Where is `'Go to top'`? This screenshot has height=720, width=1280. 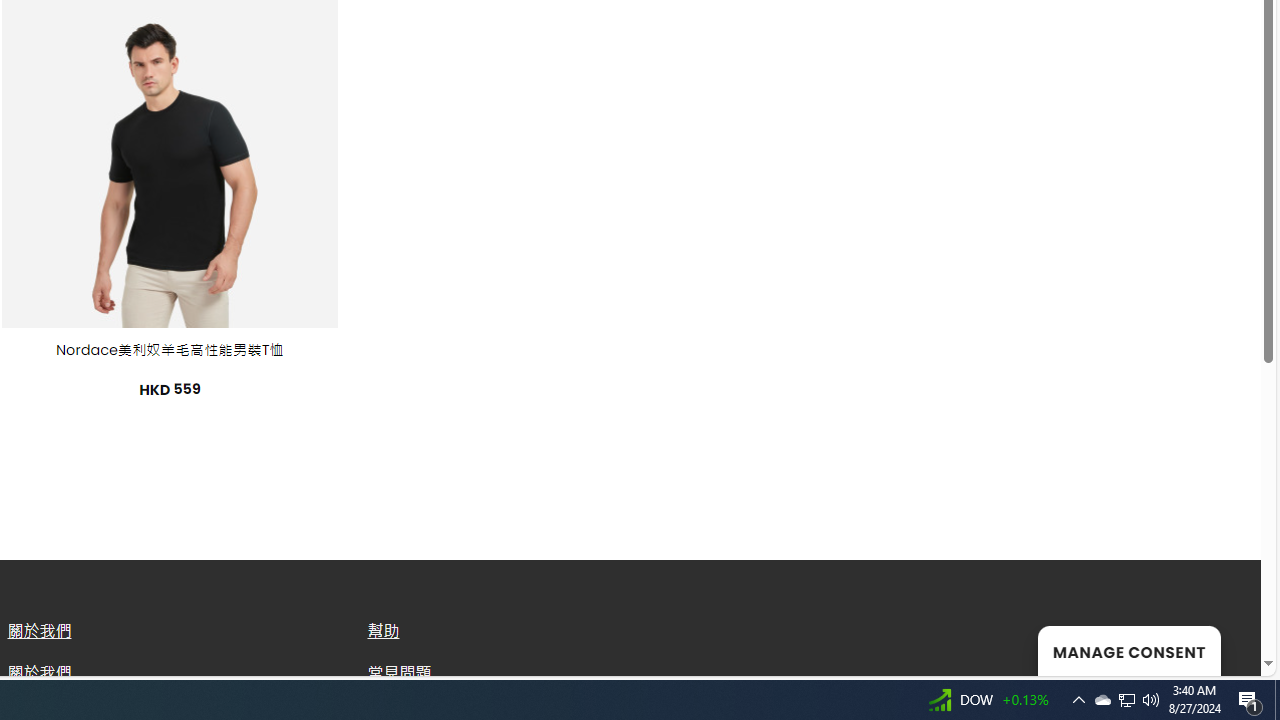
'Go to top' is located at coordinates (1219, 648).